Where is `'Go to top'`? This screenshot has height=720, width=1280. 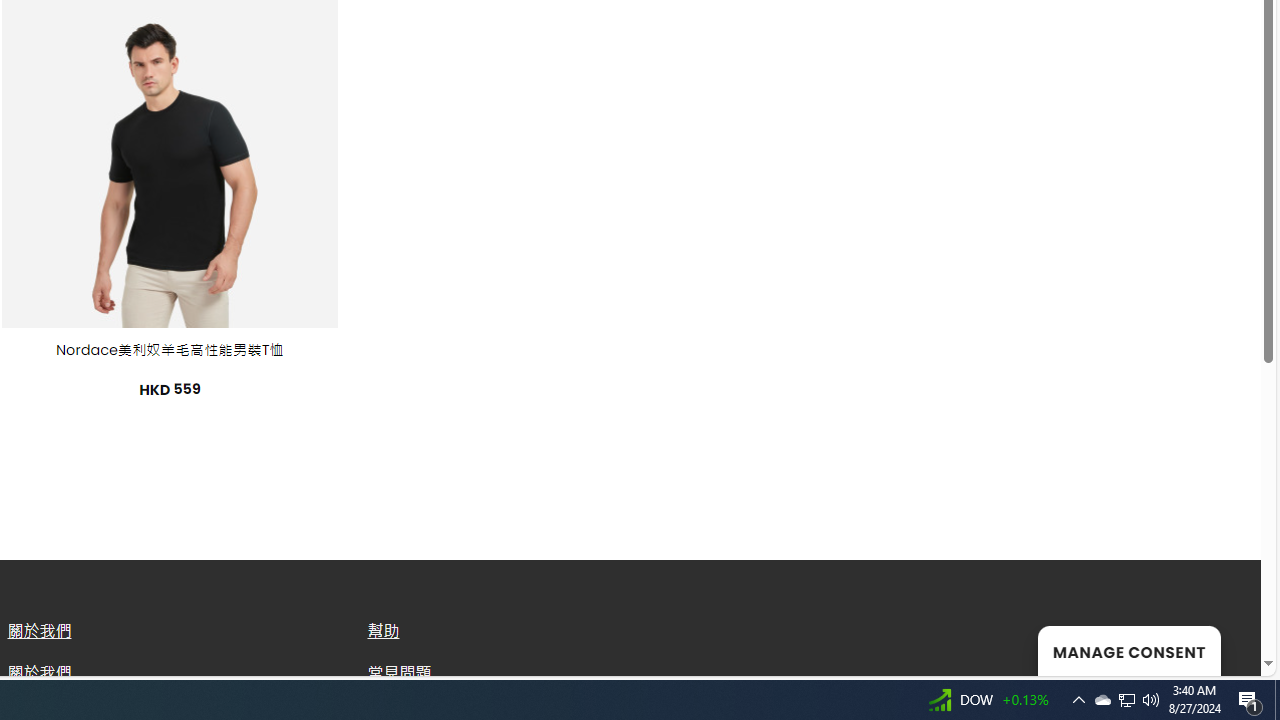
'Go to top' is located at coordinates (1219, 648).